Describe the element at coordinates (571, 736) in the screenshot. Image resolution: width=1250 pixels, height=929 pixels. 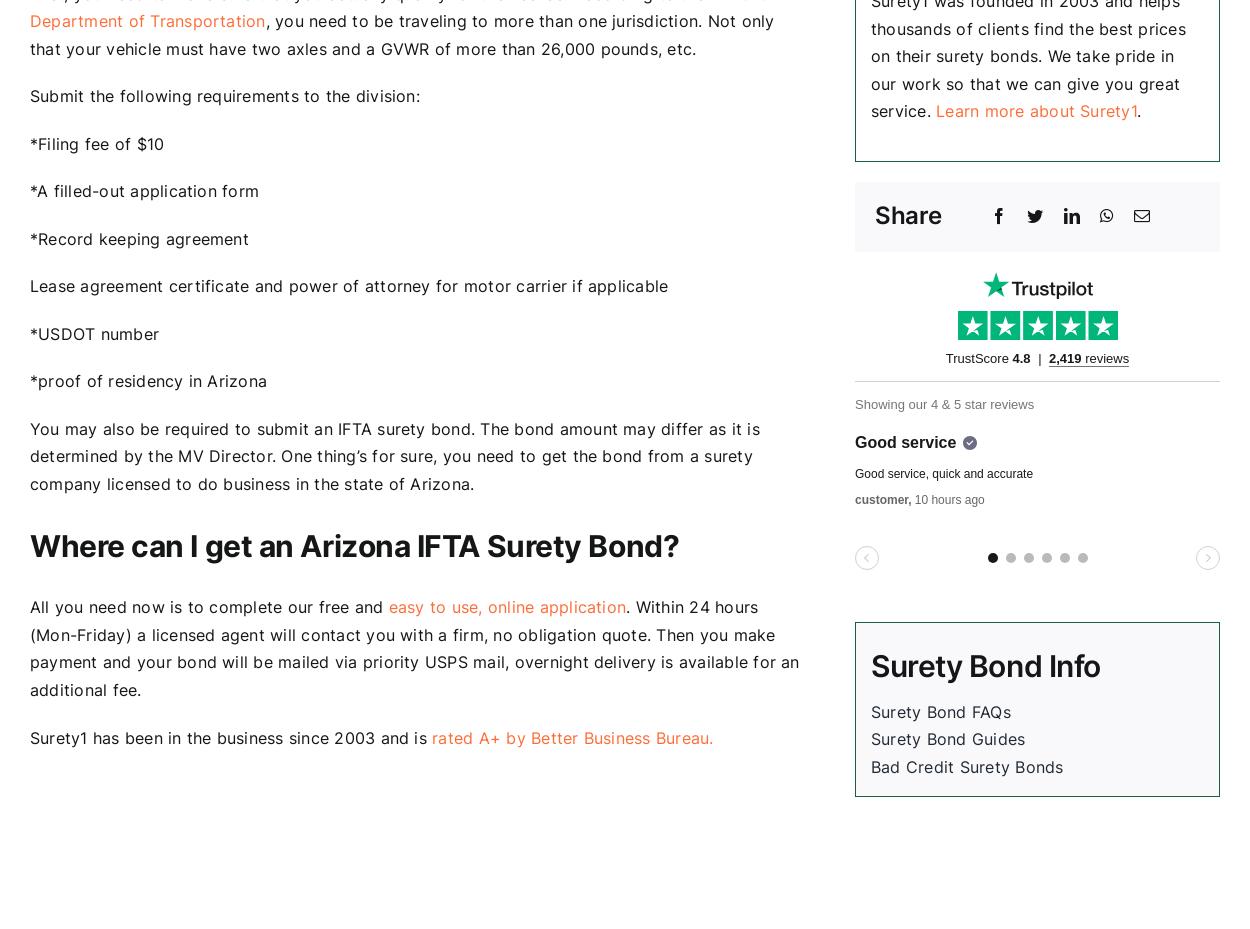
I see `'rated A+ by Better Business Bureau.'` at that location.